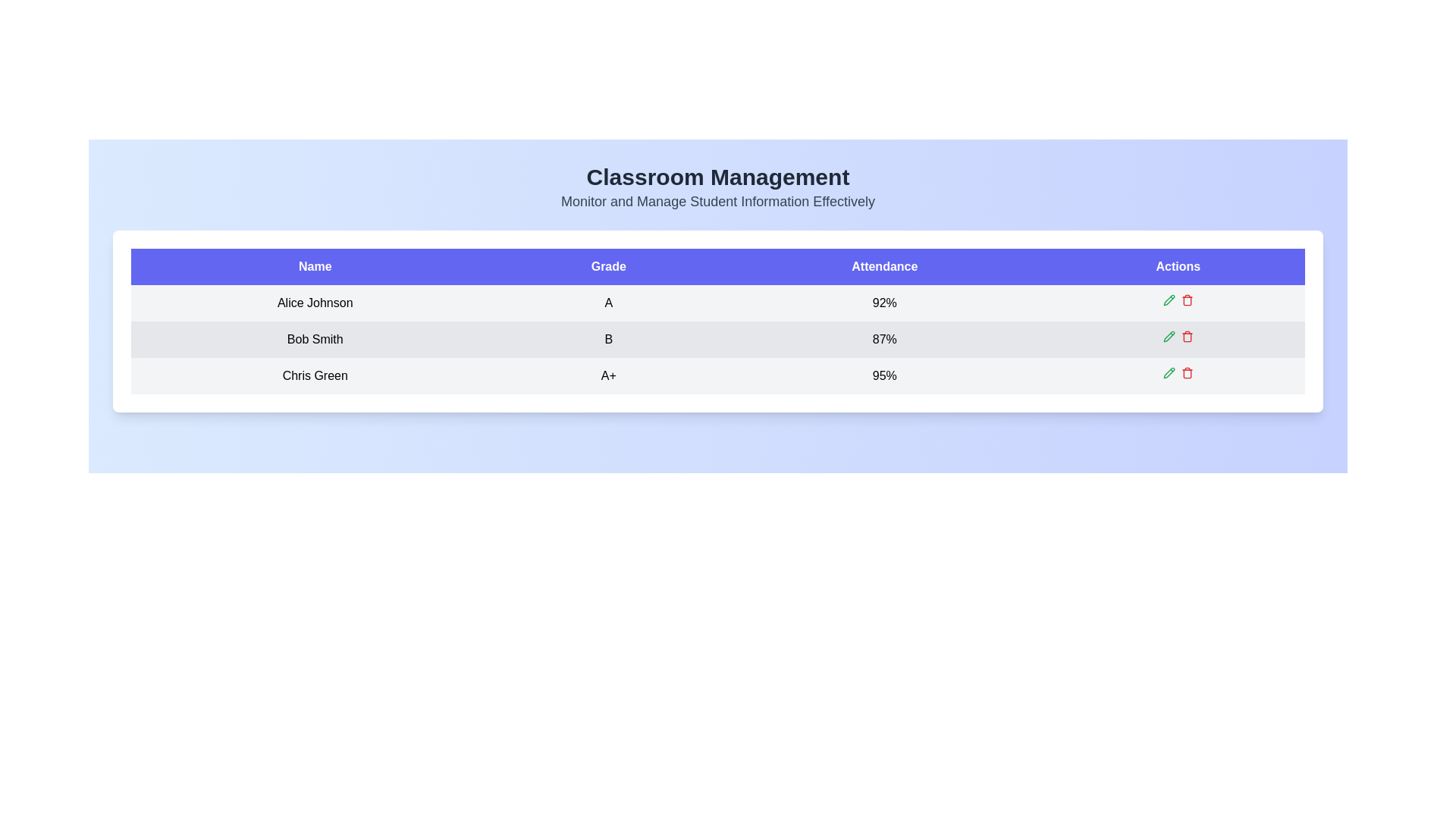  What do you see at coordinates (314, 375) in the screenshot?
I see `the text 'Chris Green' in the bold black font located in the third row of the 'Name' column in the data table` at bounding box center [314, 375].